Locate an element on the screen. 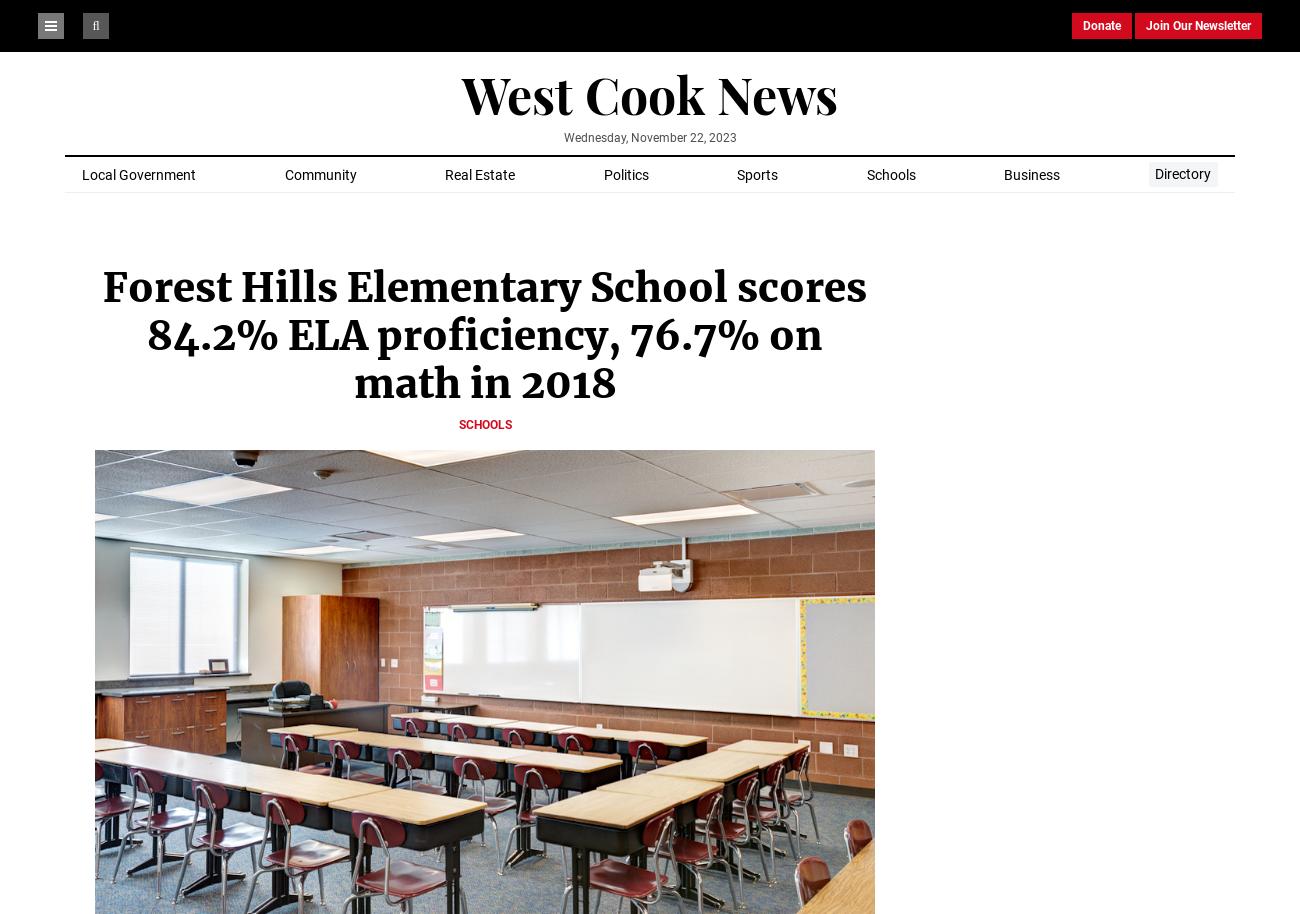 The height and width of the screenshot is (914, 1300). 'Join Our Newsletter' is located at coordinates (1197, 25).